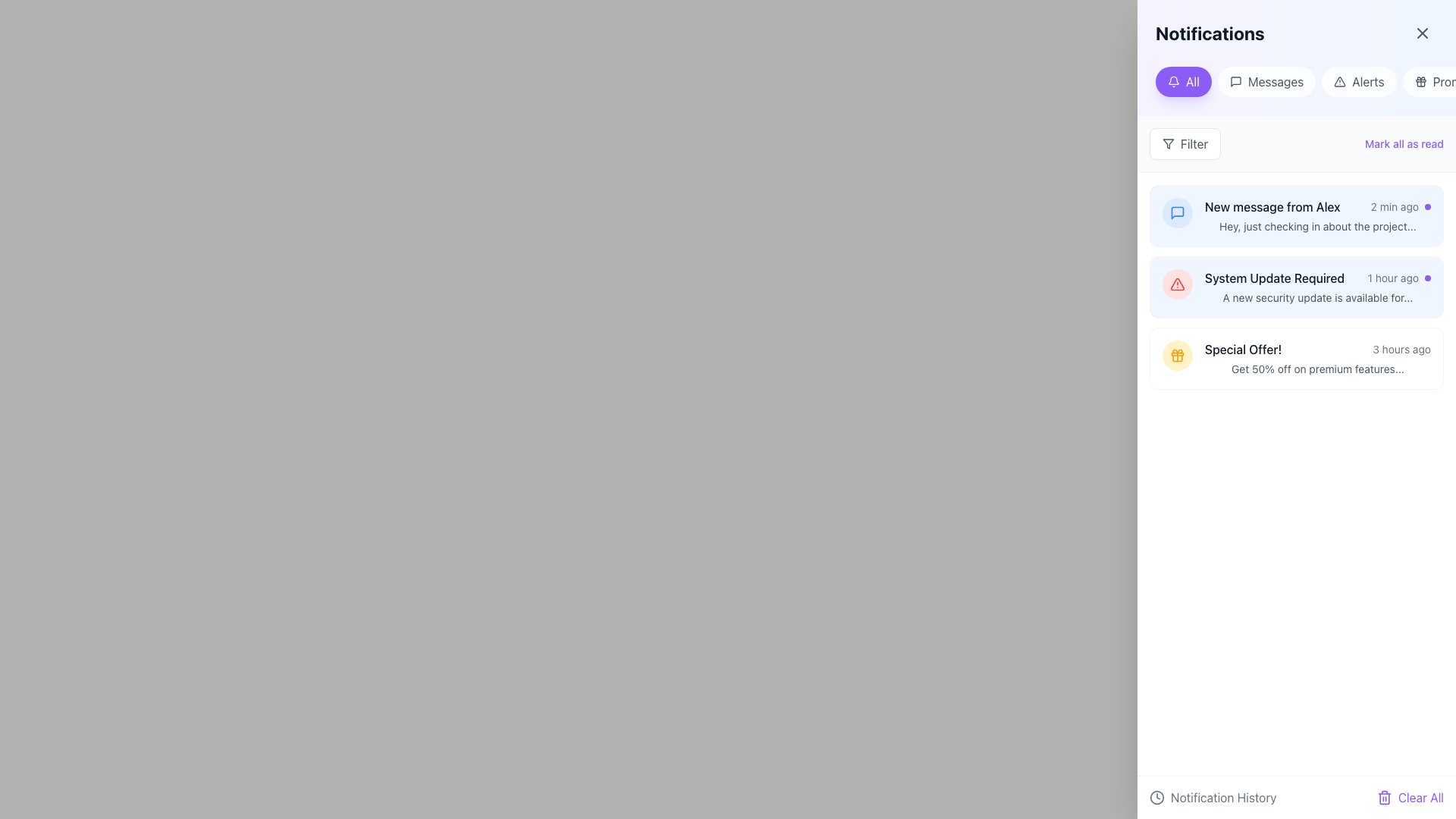  Describe the element at coordinates (1401, 350) in the screenshot. I see `the text label displaying '3 hours ago', which is located to the right of the bold 'Special Offer!' text in the bottom-most notification box` at that location.